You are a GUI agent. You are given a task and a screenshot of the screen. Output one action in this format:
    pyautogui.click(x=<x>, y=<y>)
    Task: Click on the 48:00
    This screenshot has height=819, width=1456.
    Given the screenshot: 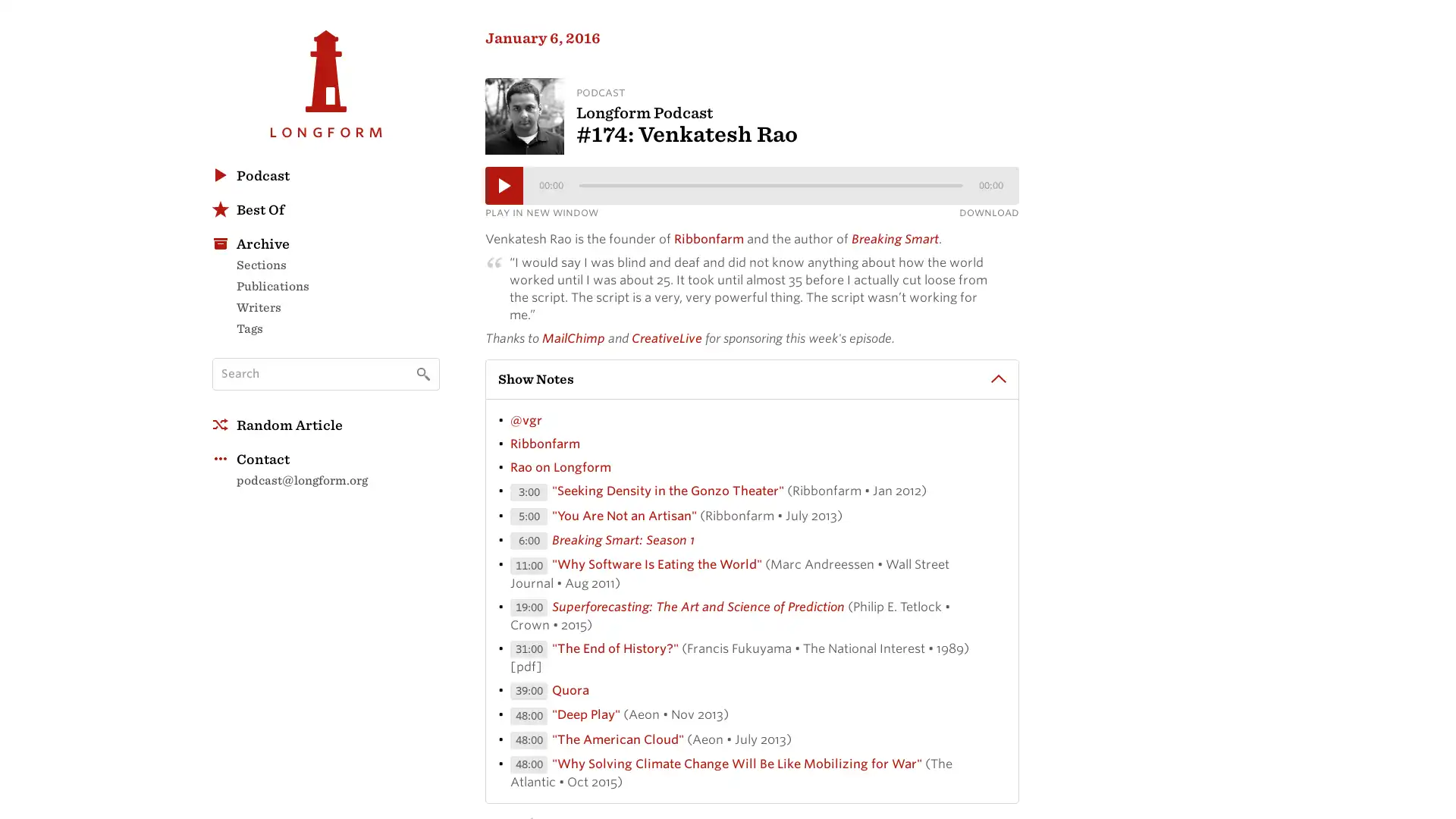 What is the action you would take?
    pyautogui.click(x=529, y=767)
    